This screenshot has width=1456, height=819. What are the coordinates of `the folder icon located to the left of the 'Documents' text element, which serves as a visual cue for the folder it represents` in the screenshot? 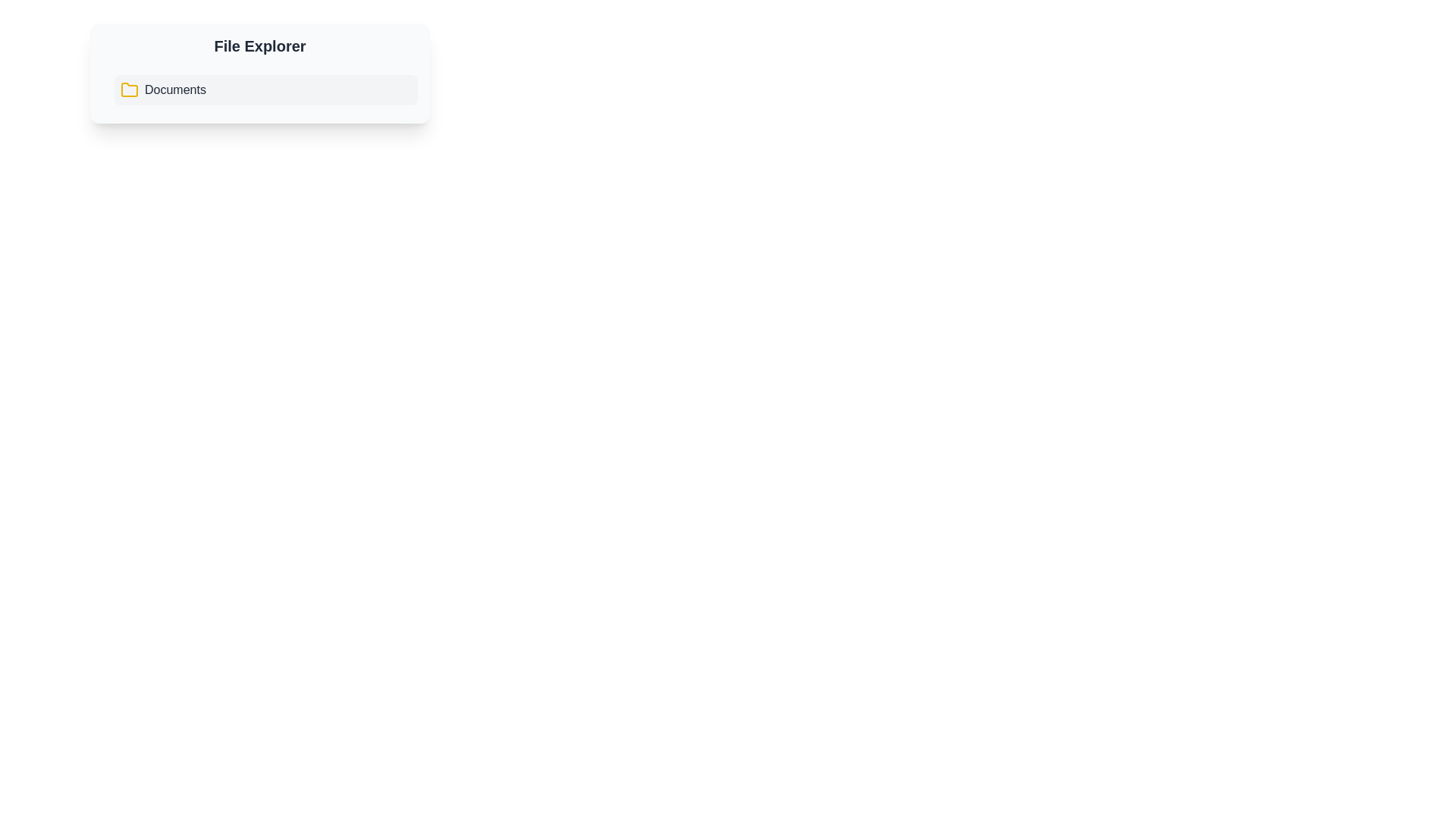 It's located at (130, 90).